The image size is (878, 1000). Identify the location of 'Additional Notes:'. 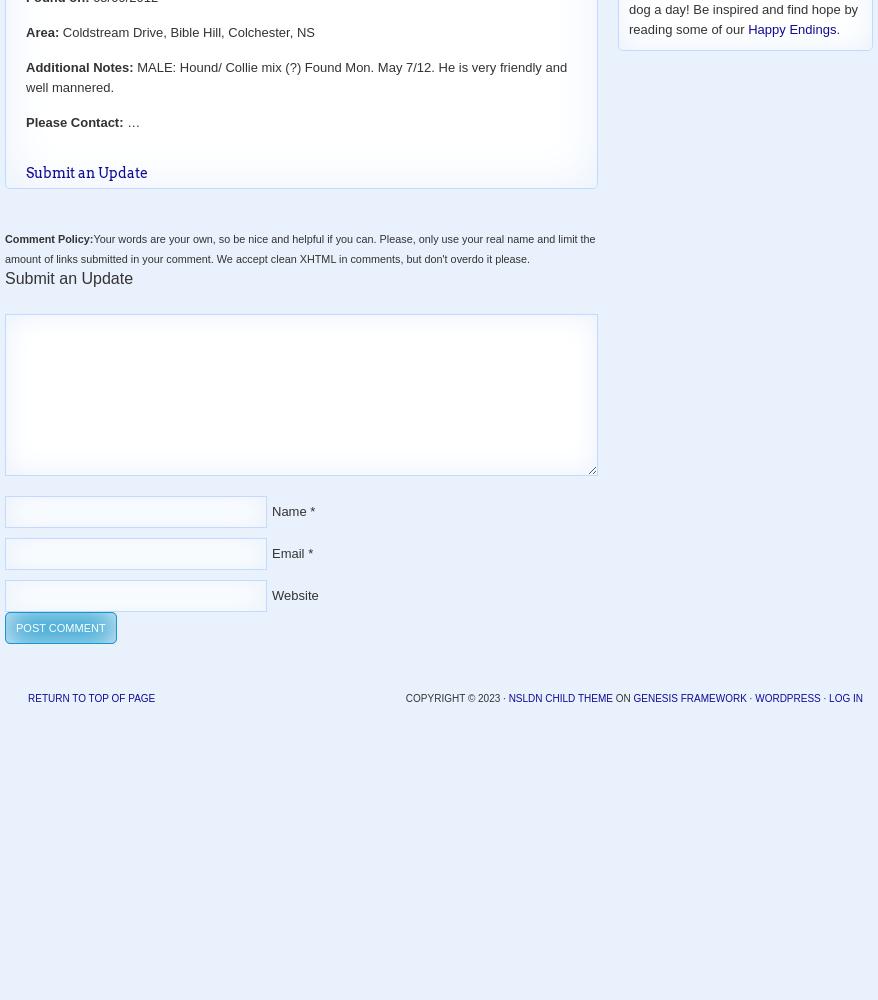
(79, 65).